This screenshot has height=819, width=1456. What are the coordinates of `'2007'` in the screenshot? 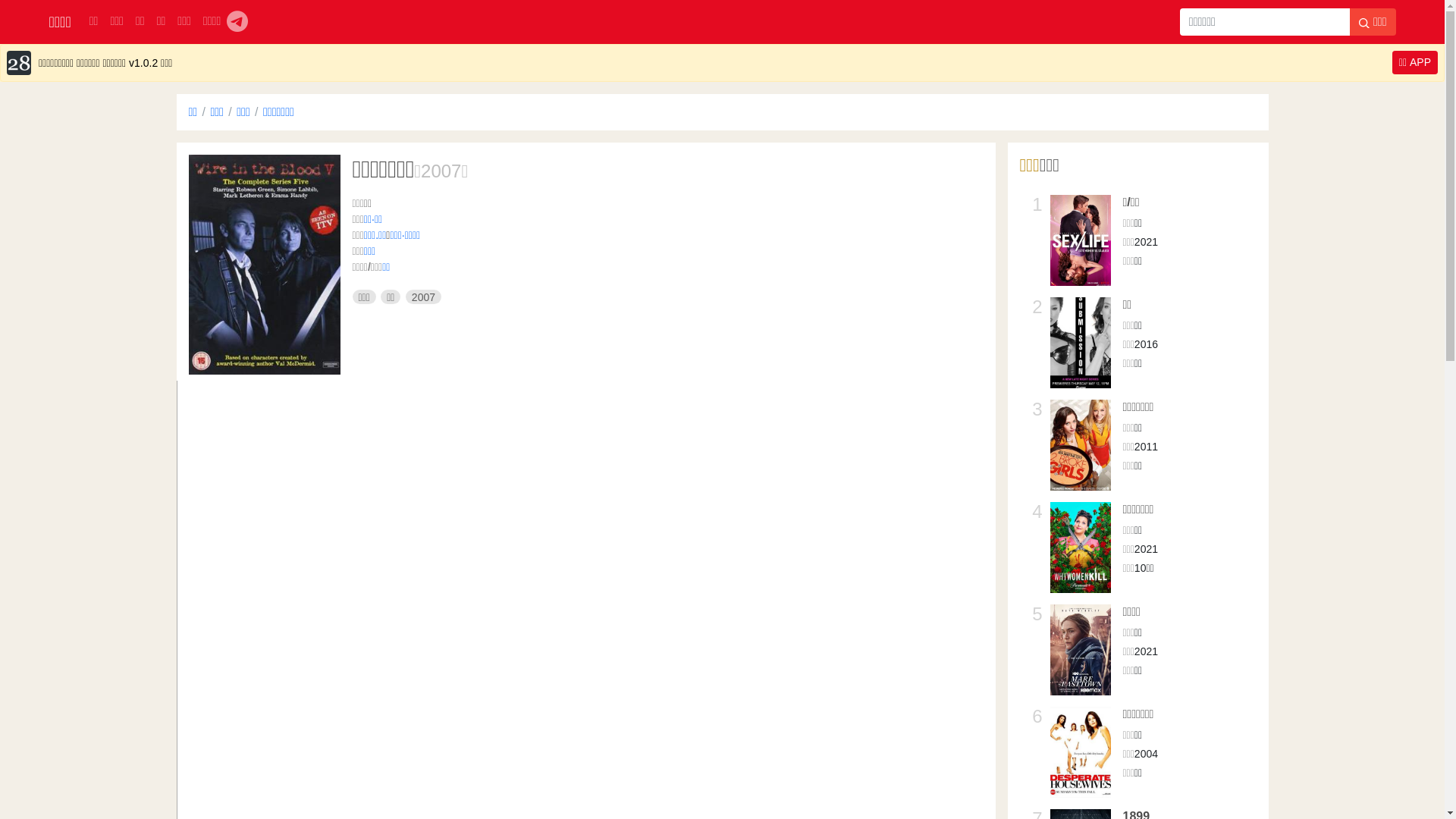 It's located at (423, 297).